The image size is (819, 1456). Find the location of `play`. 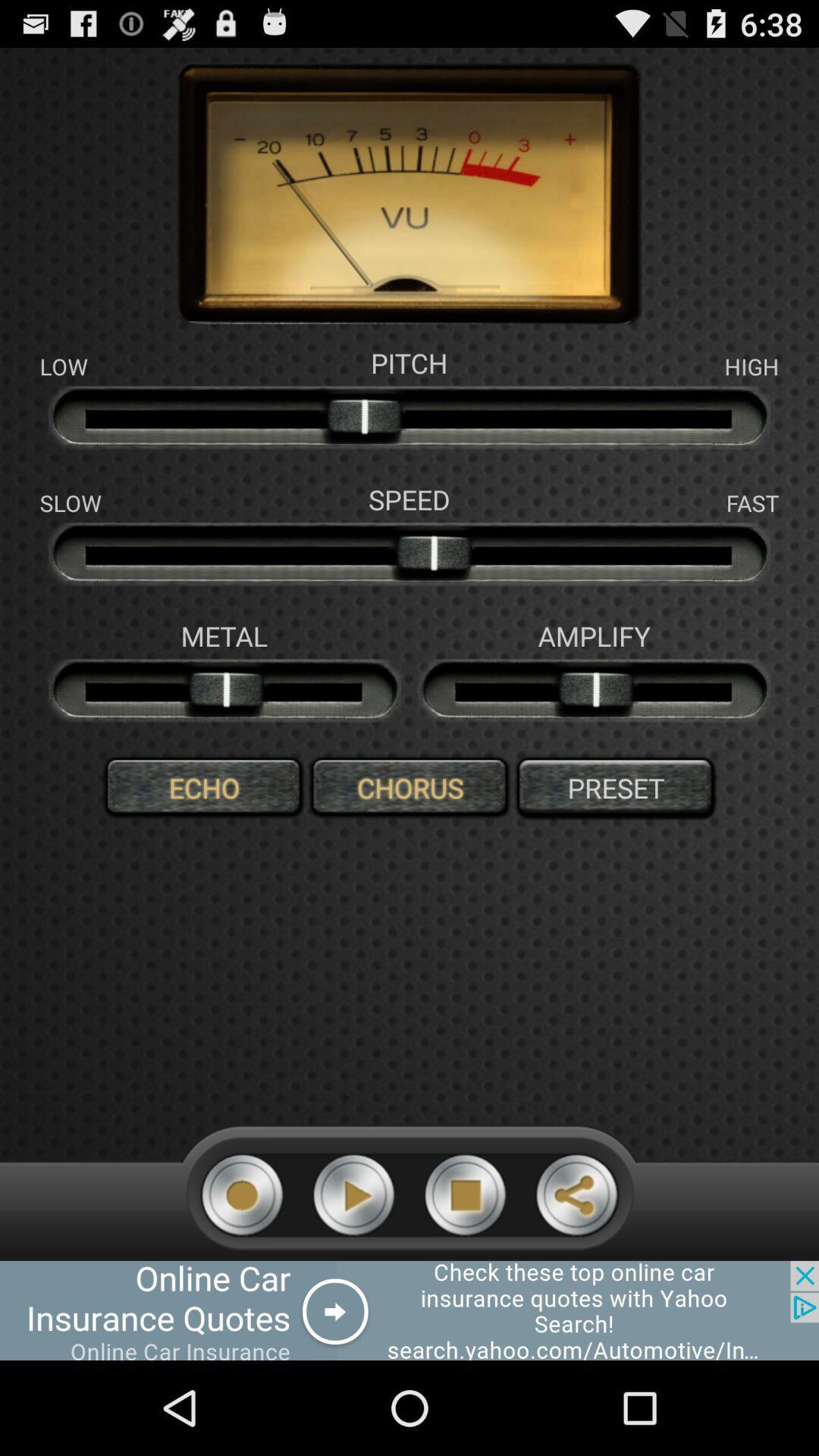

play is located at coordinates (353, 1194).